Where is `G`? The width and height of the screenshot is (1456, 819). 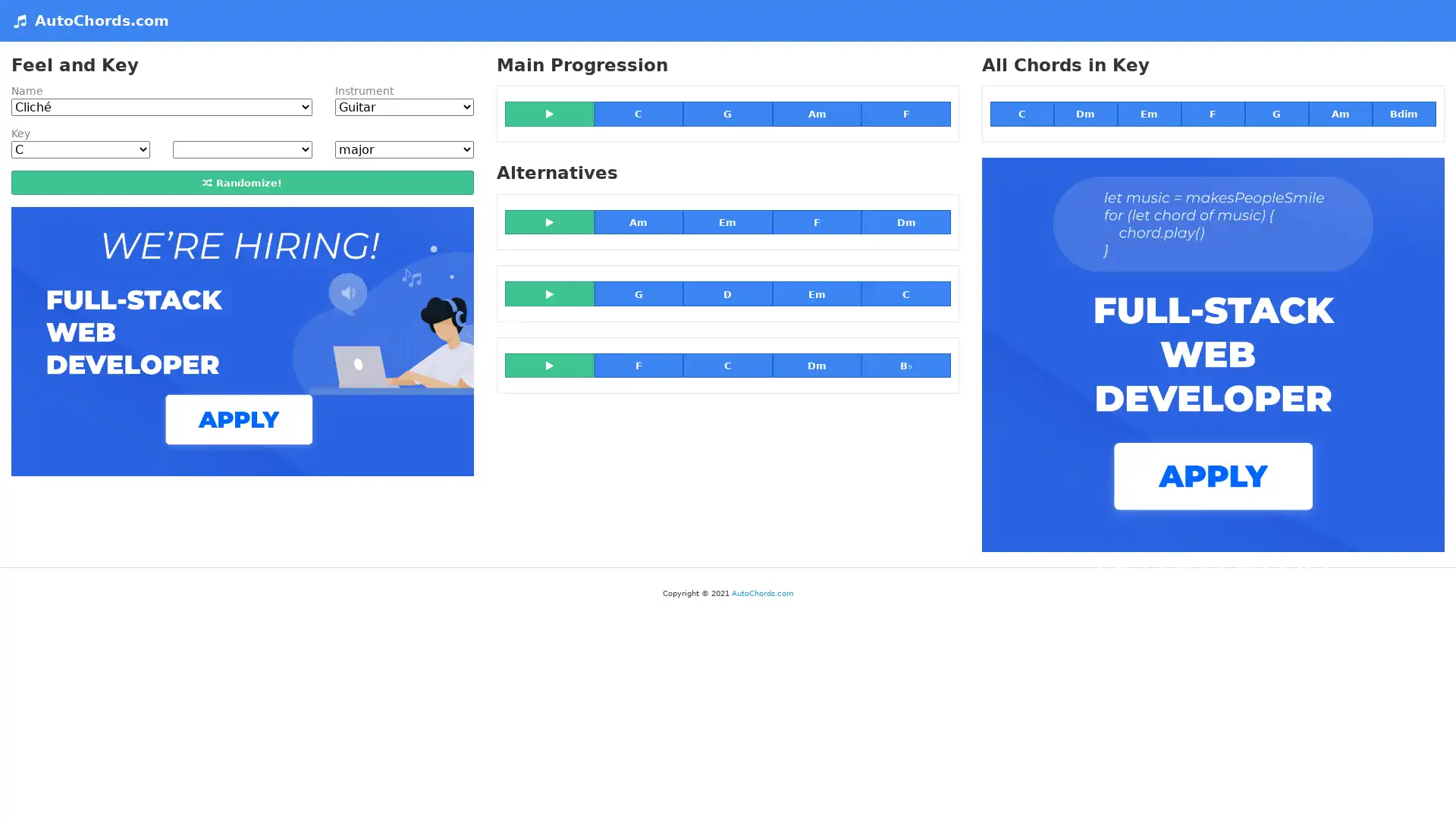
G is located at coordinates (726, 113).